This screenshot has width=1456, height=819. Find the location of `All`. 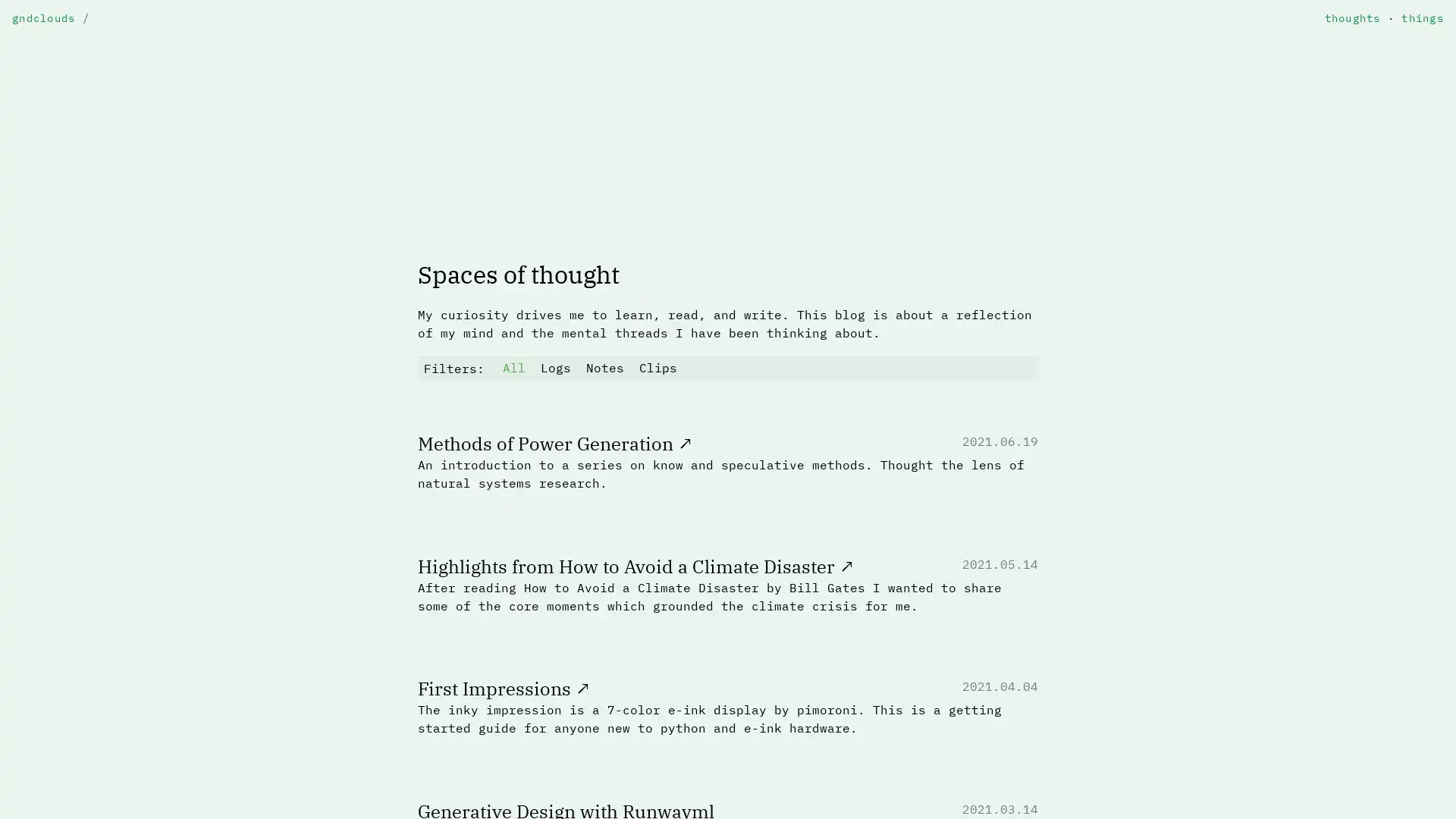

All is located at coordinates (513, 368).